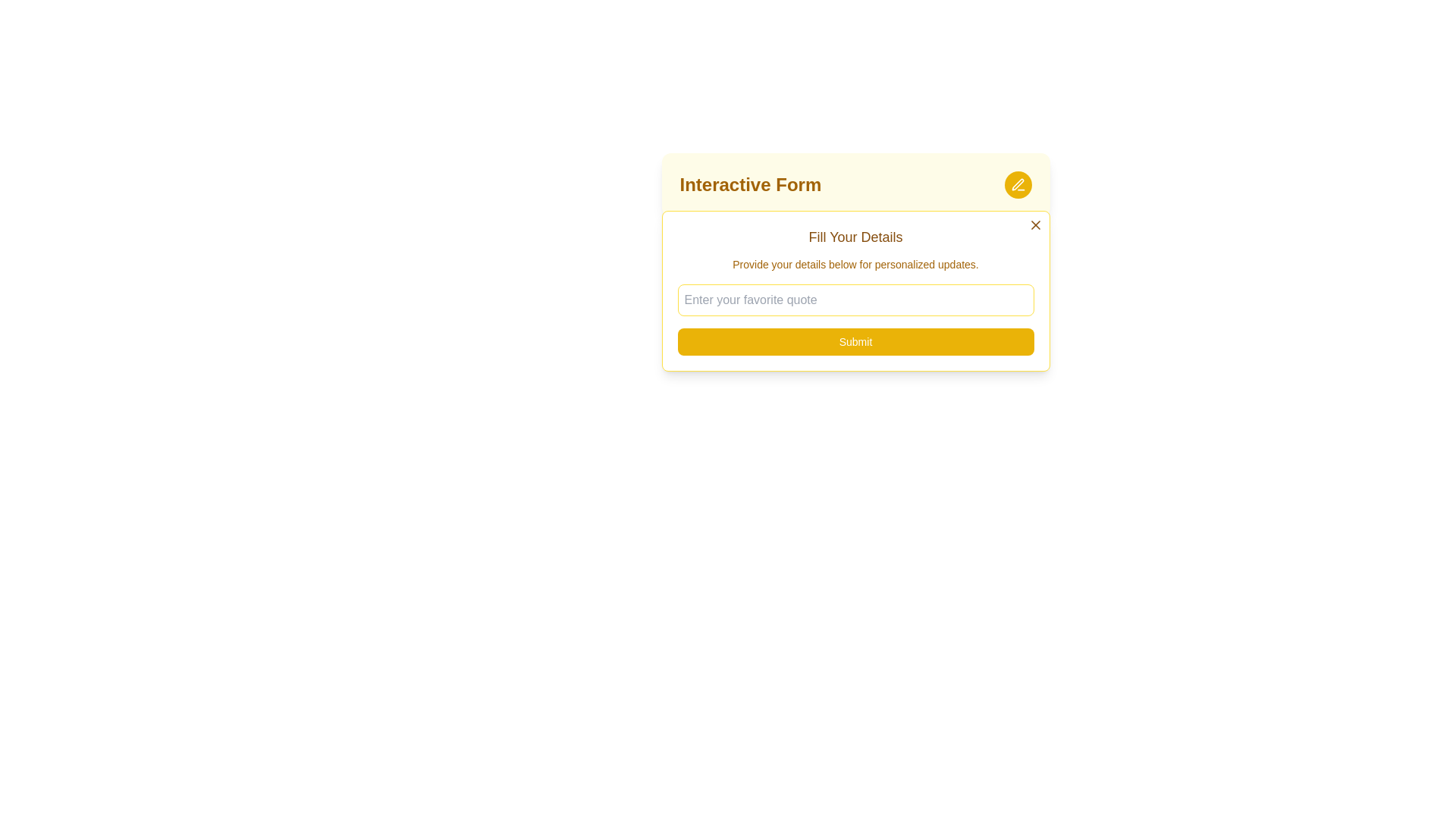 Image resolution: width=1456 pixels, height=819 pixels. What do you see at coordinates (1018, 184) in the screenshot?
I see `the pen-shaped icon with a yellow background located at the upper right corner of the 'Interactive Form' header` at bounding box center [1018, 184].